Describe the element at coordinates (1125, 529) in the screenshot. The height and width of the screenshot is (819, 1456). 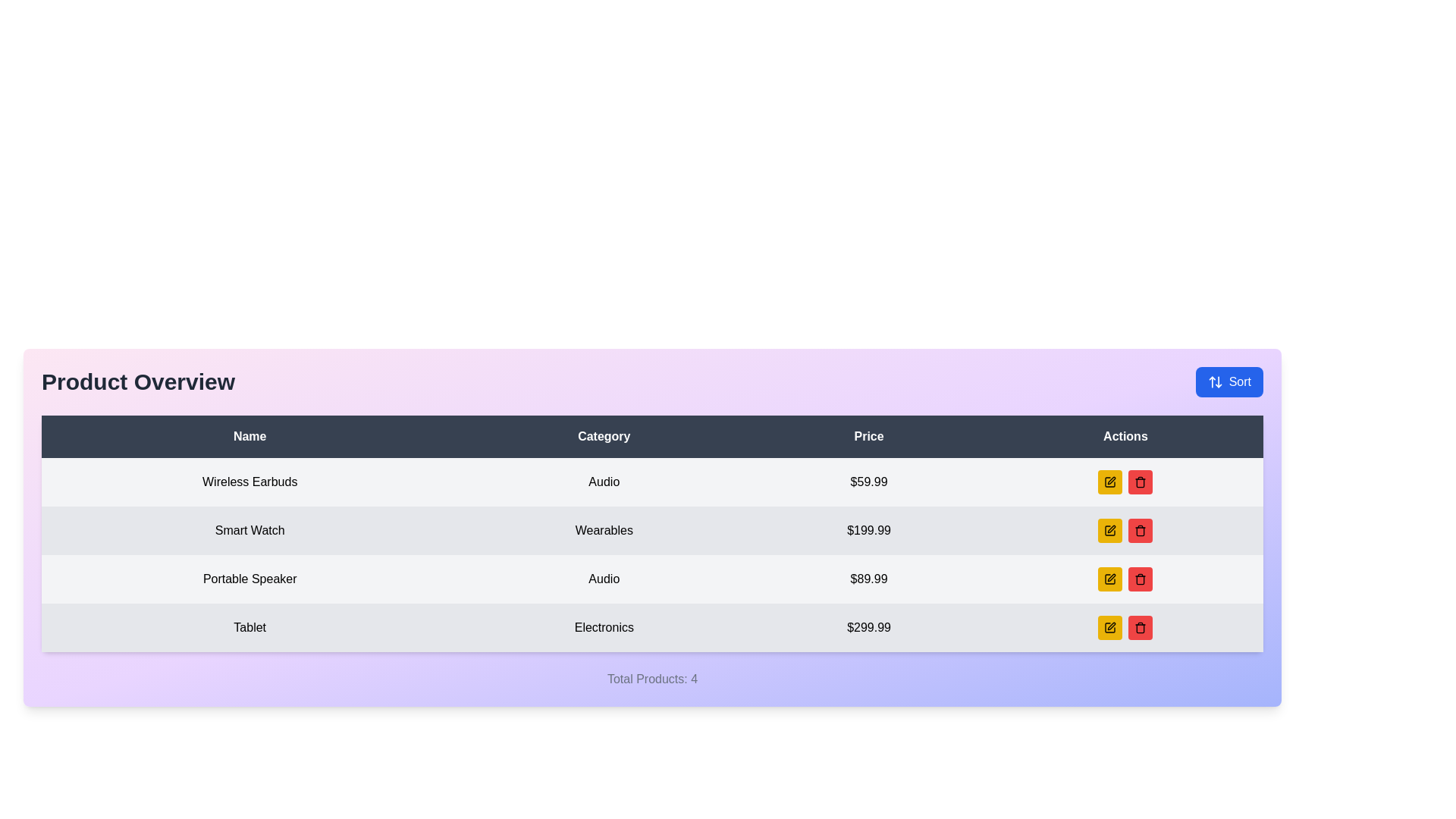
I see `the 'edit' button in the Actions column of the second row to modify the item 'Smart Watch'` at that location.